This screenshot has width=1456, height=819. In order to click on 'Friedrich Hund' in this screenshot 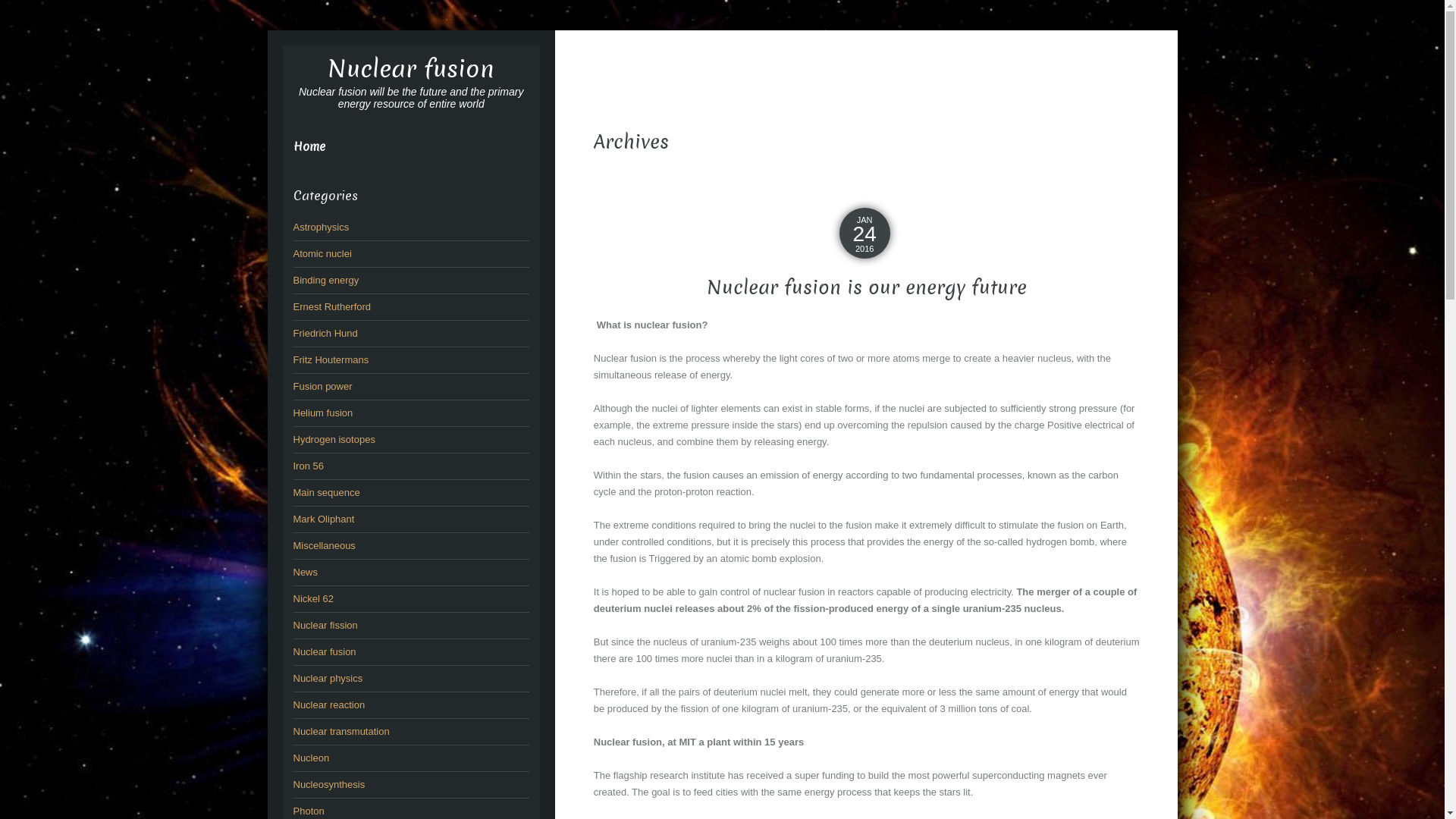, I will do `click(324, 332)`.